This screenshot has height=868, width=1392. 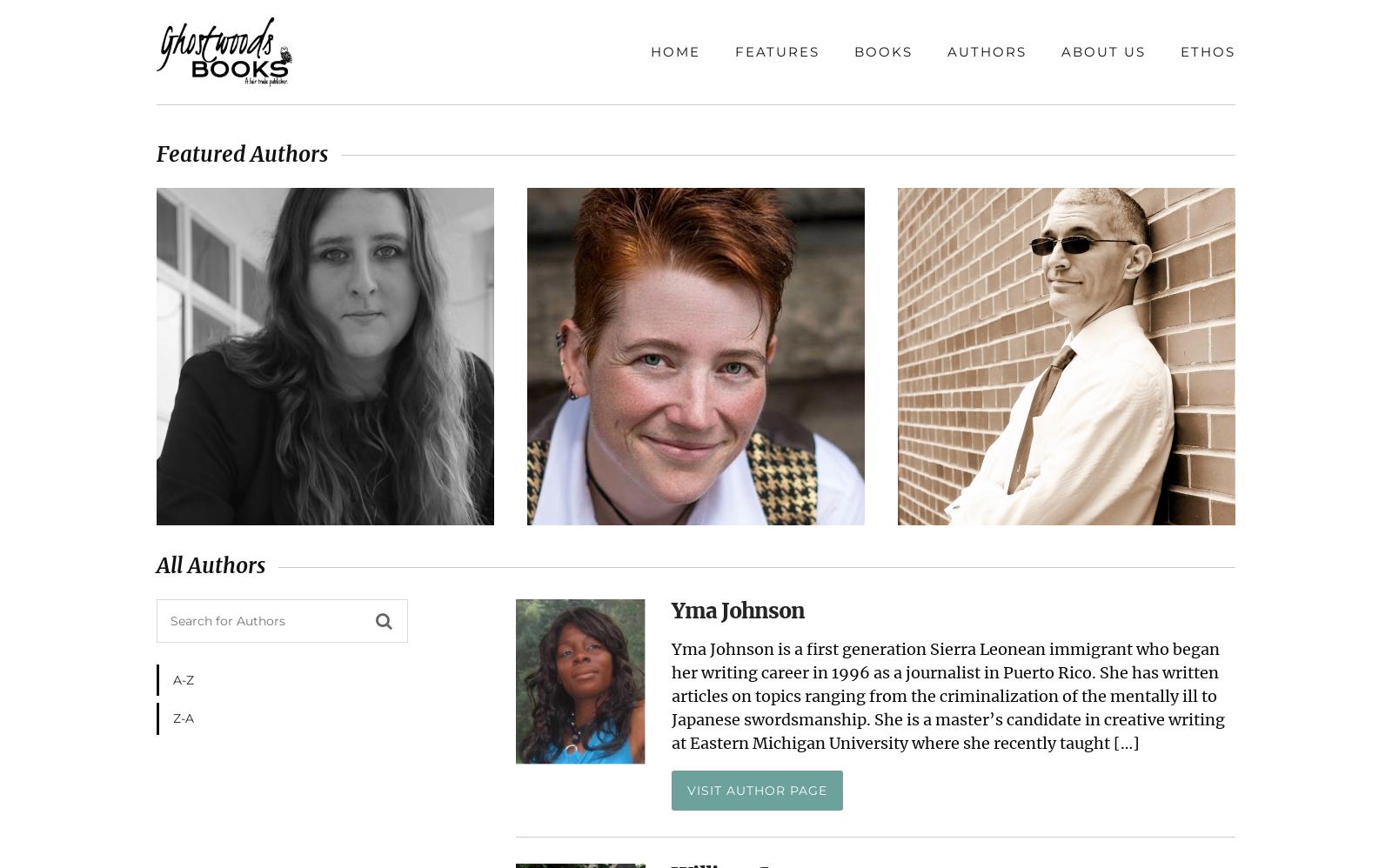 What do you see at coordinates (184, 679) in the screenshot?
I see `'A-Z'` at bounding box center [184, 679].